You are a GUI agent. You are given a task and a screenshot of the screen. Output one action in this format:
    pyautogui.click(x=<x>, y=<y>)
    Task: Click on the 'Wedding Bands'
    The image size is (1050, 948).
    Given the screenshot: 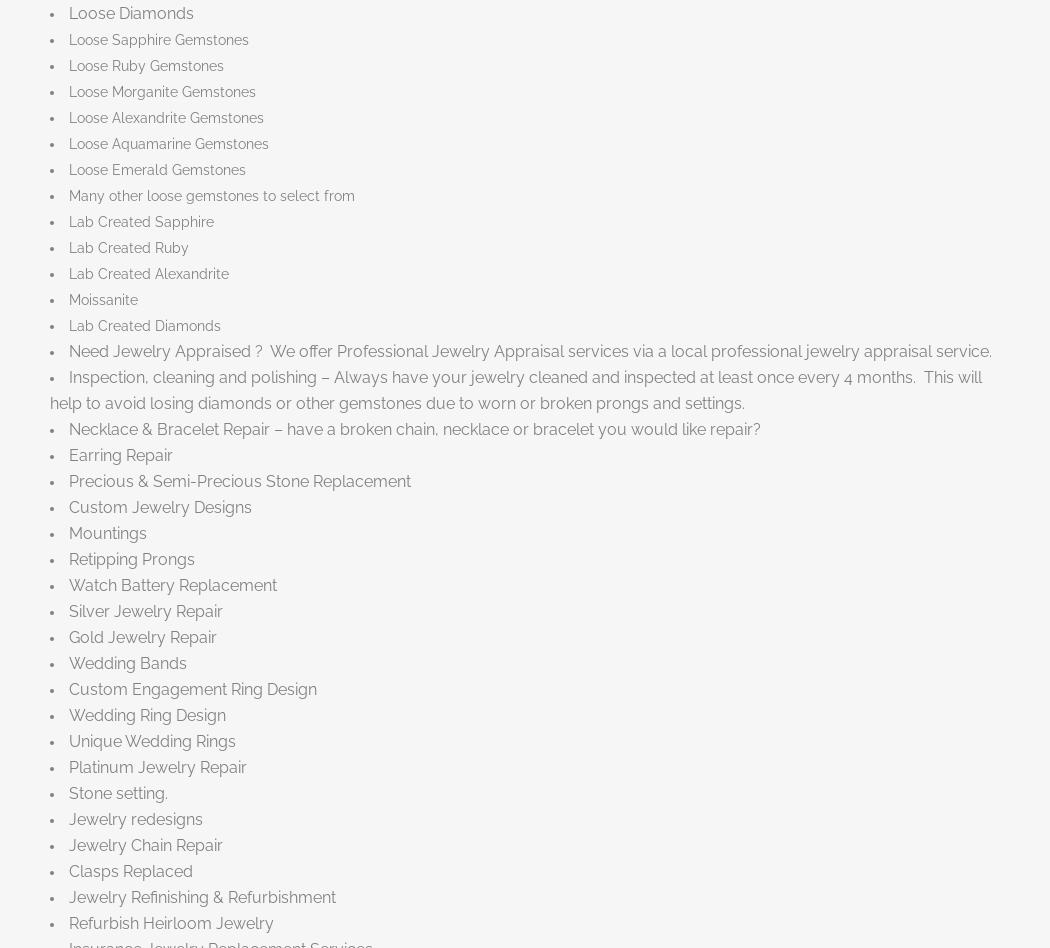 What is the action you would take?
    pyautogui.click(x=126, y=661)
    